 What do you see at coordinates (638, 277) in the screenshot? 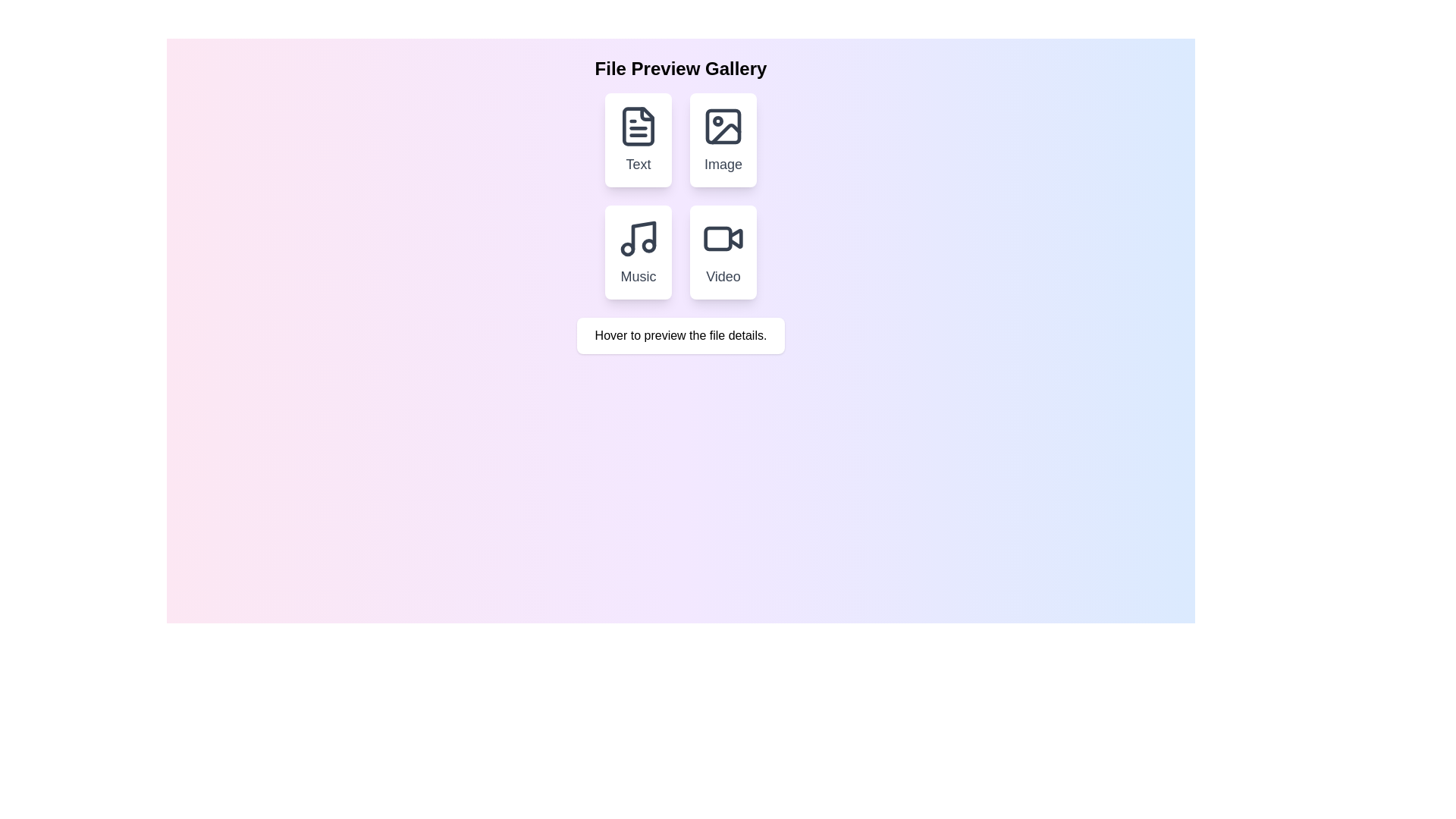
I see `text label indicating the 'Music' section located within the card in the bottom row, left column of the grid layout` at bounding box center [638, 277].